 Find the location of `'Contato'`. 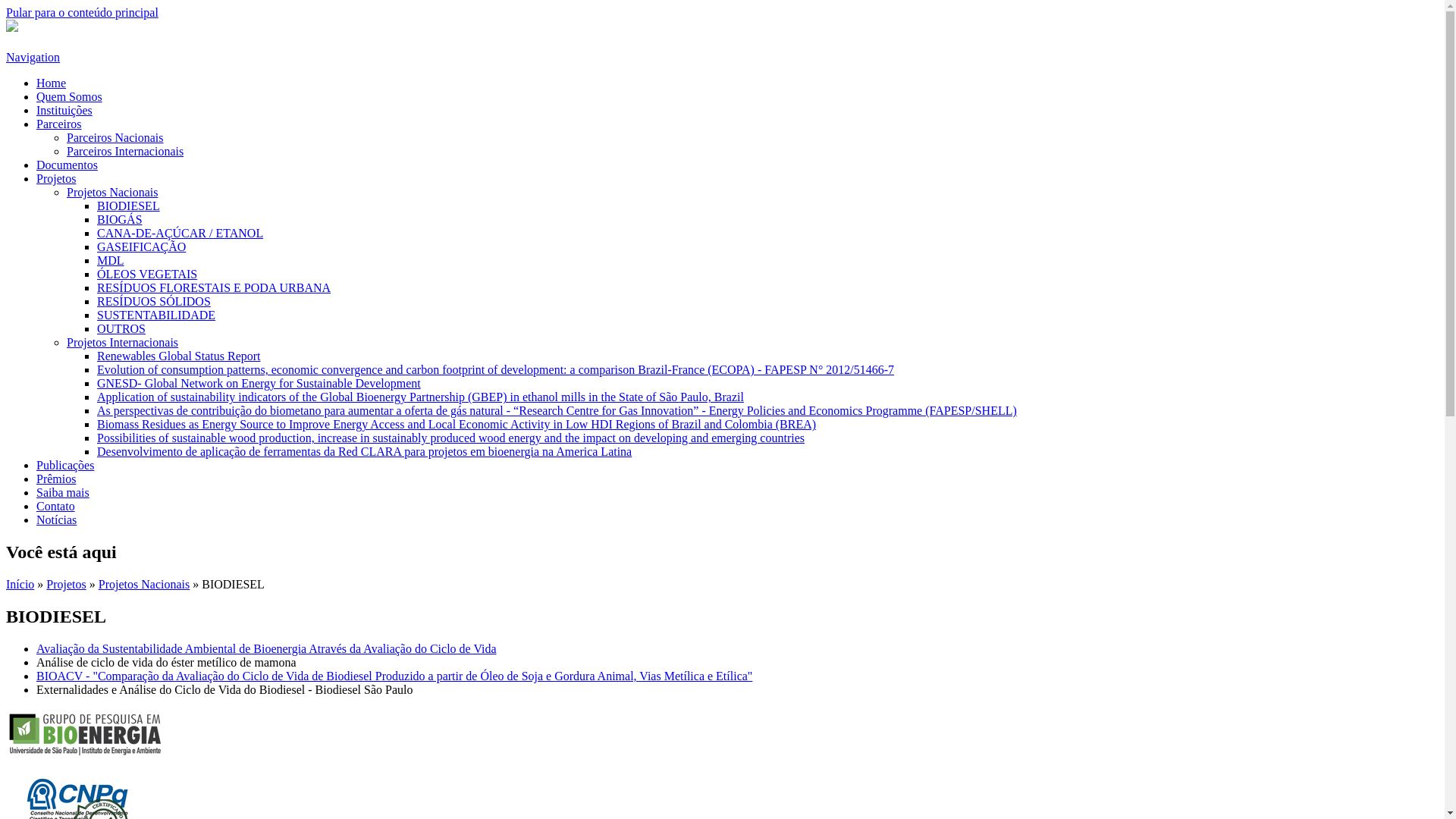

'Contato' is located at coordinates (55, 506).